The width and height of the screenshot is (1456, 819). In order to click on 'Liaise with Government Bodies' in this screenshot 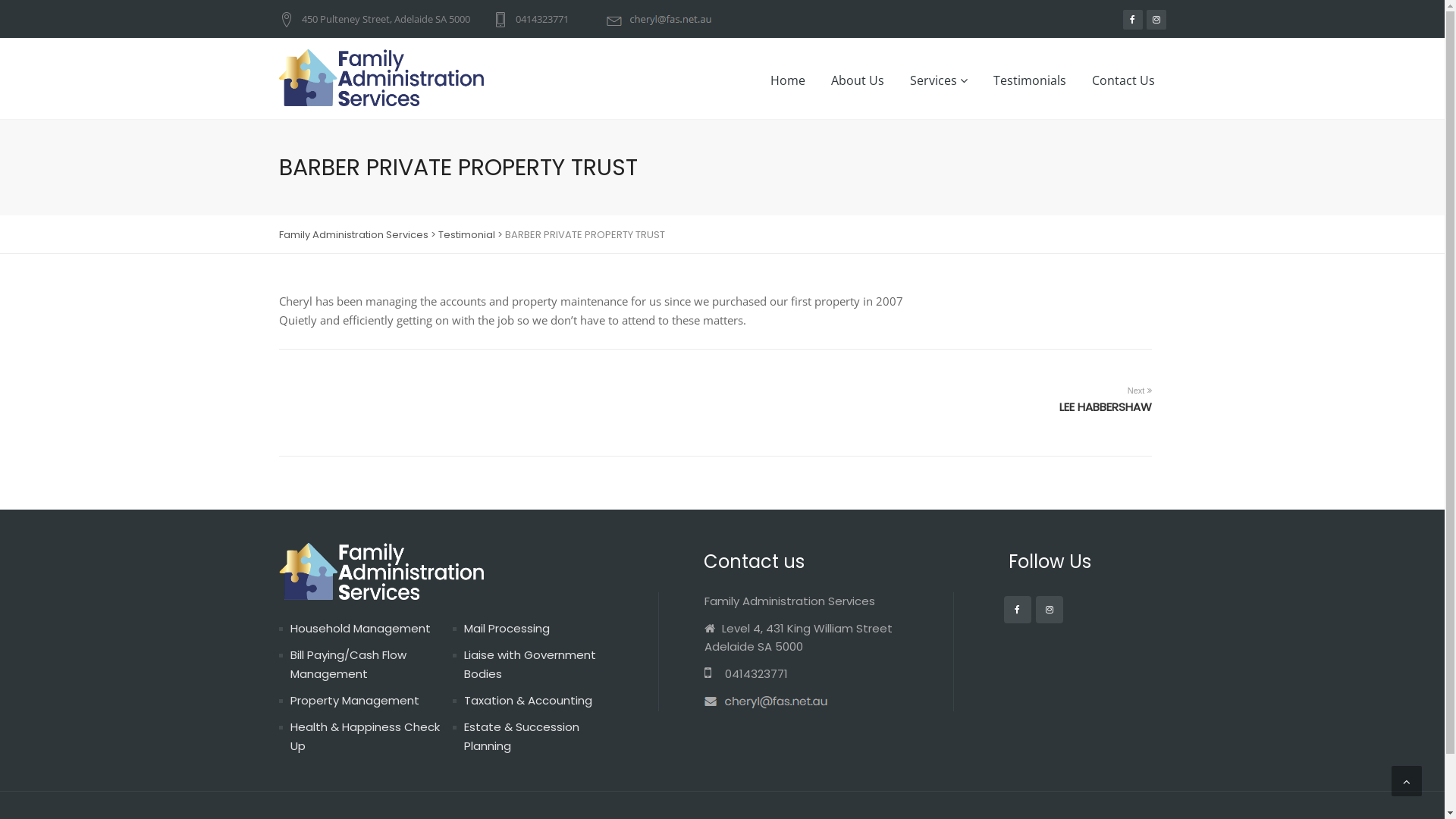, I will do `click(530, 663)`.